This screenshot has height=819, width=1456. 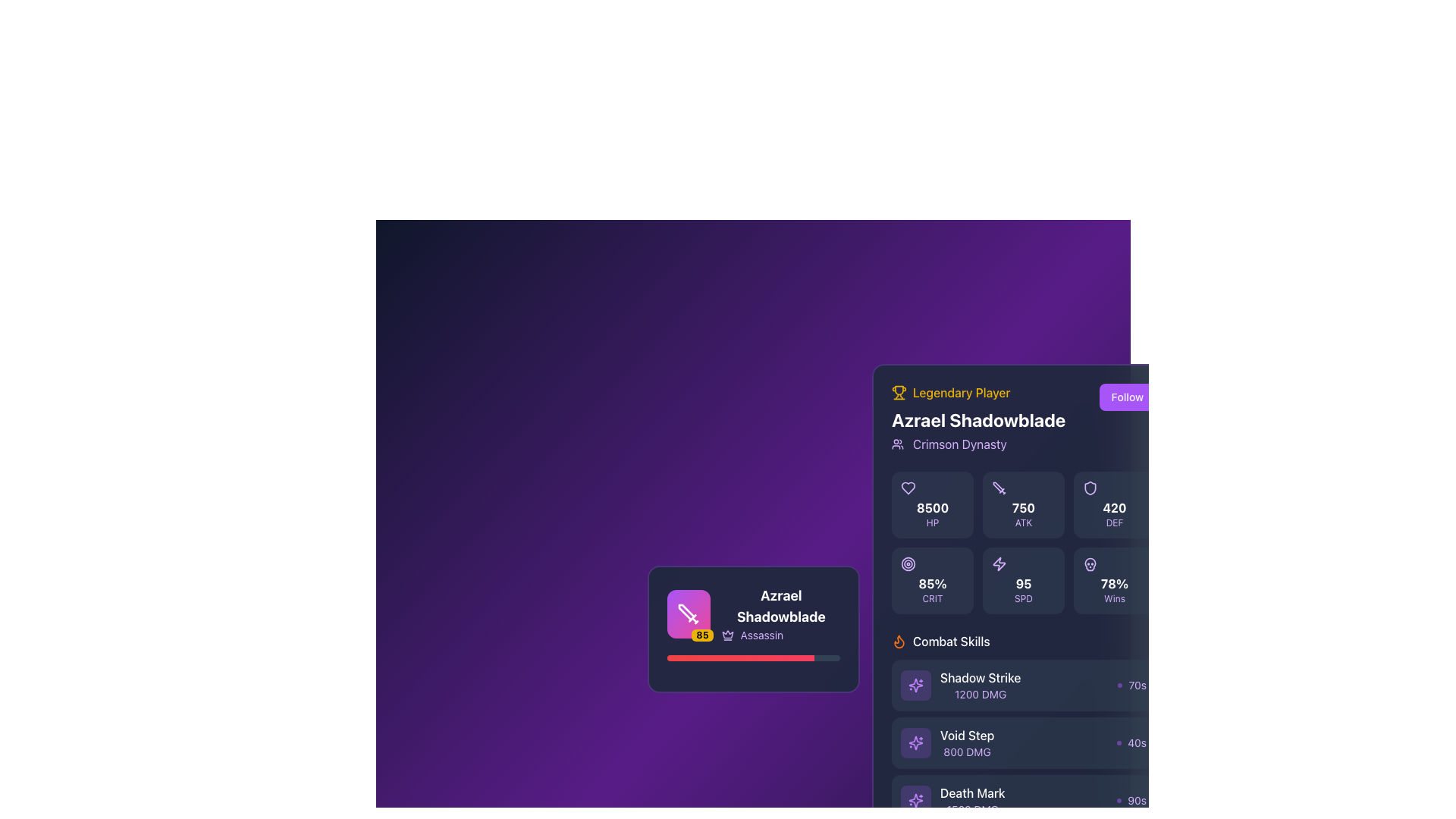 I want to click on the decorative SVG icon associated with the '420 DEF' attribute located on the right-hand side of the 'DEF' panel, so click(x=1089, y=488).